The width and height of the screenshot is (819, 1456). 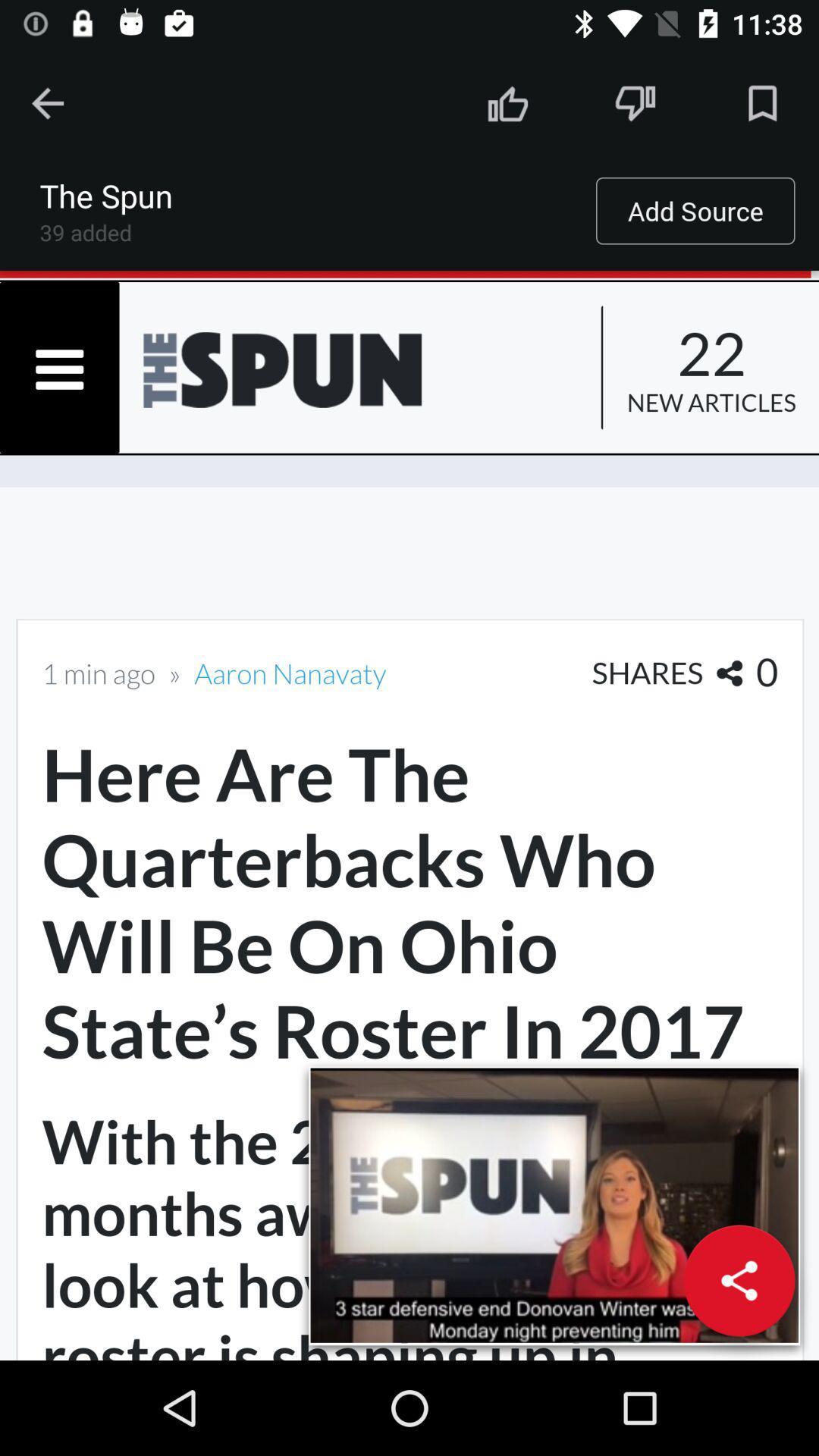 I want to click on the share icon, so click(x=739, y=1280).